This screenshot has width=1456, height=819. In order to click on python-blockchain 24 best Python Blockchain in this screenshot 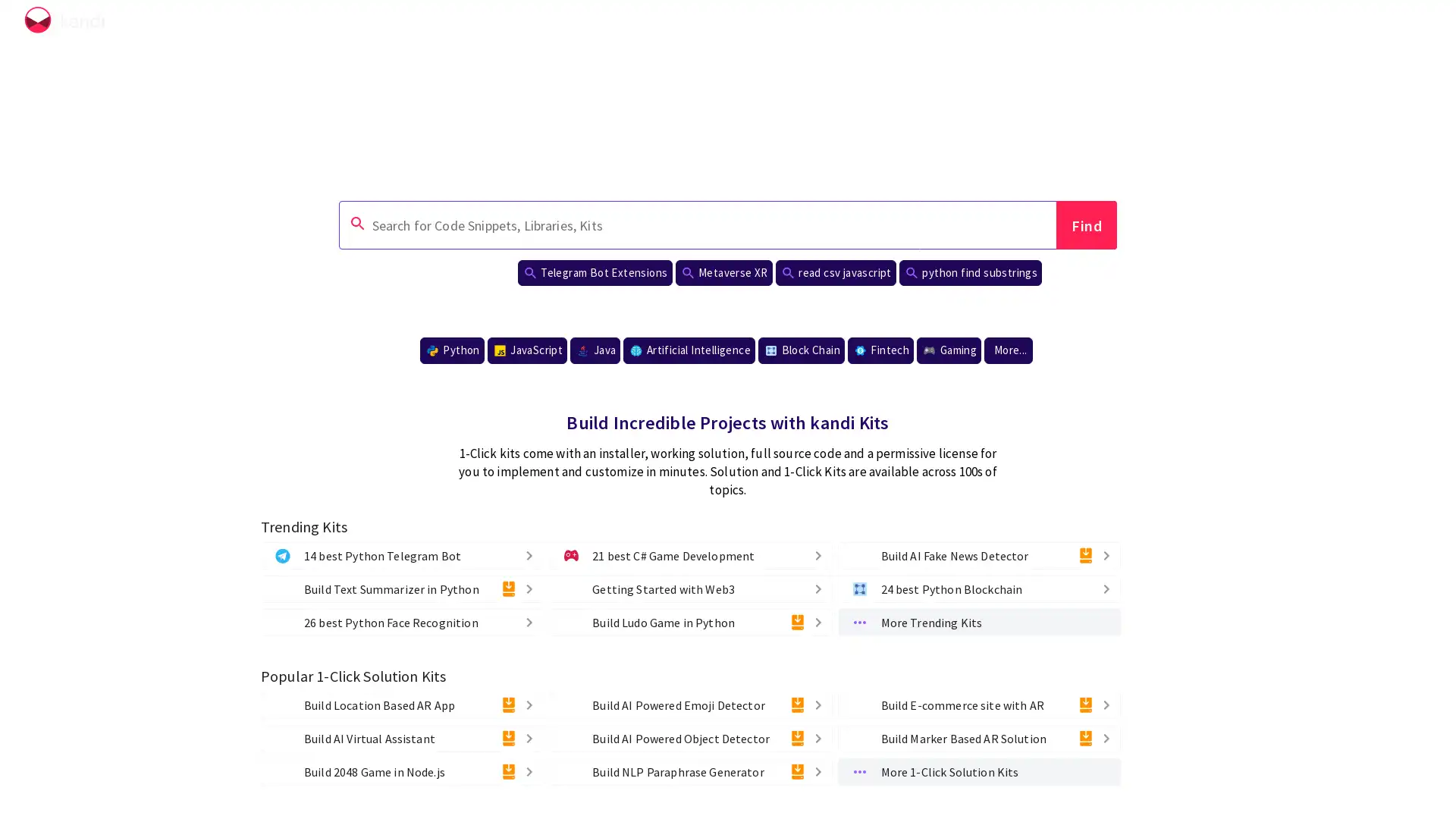, I will do `click(978, 587)`.